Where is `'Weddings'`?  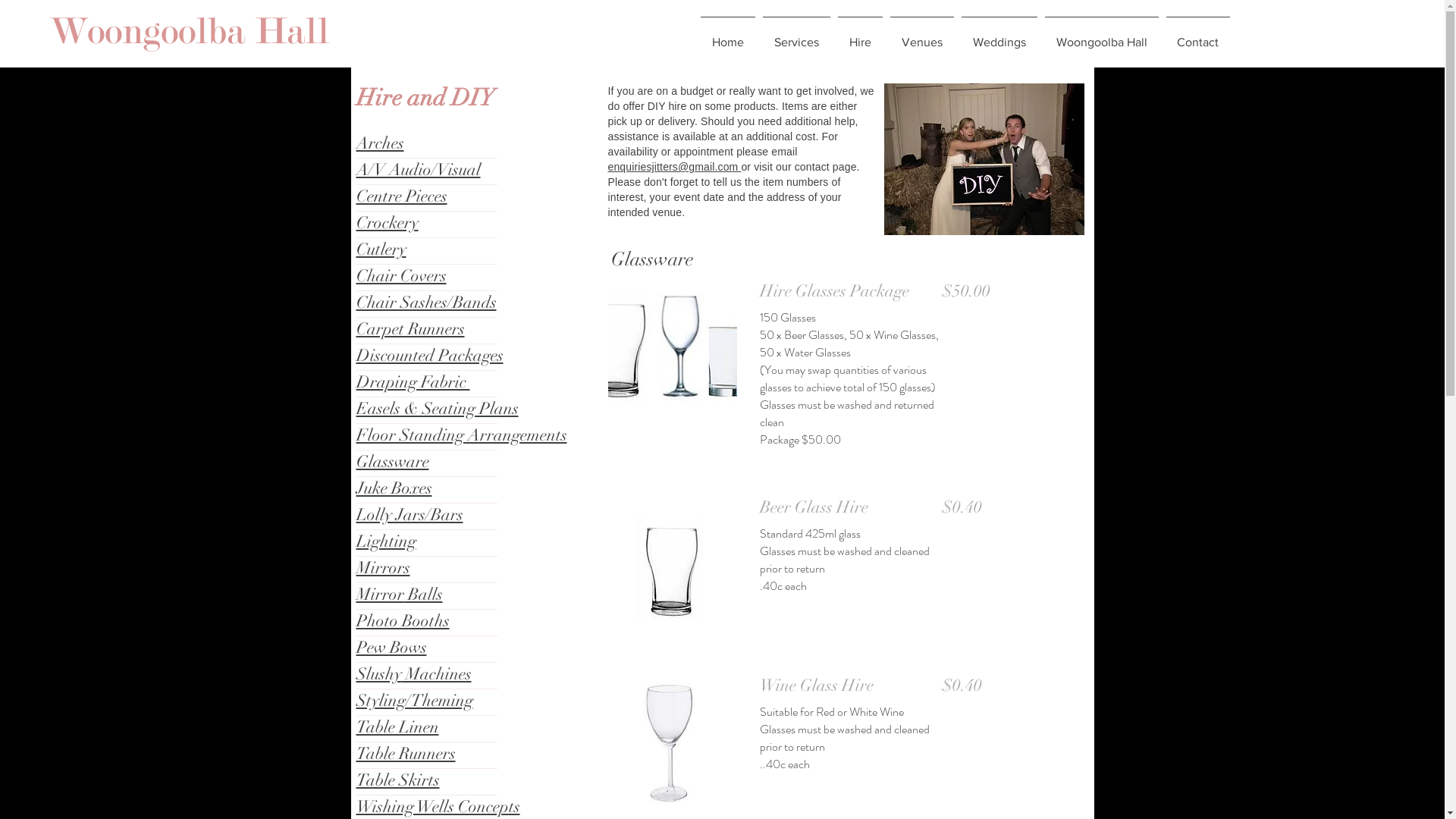 'Weddings' is located at coordinates (956, 34).